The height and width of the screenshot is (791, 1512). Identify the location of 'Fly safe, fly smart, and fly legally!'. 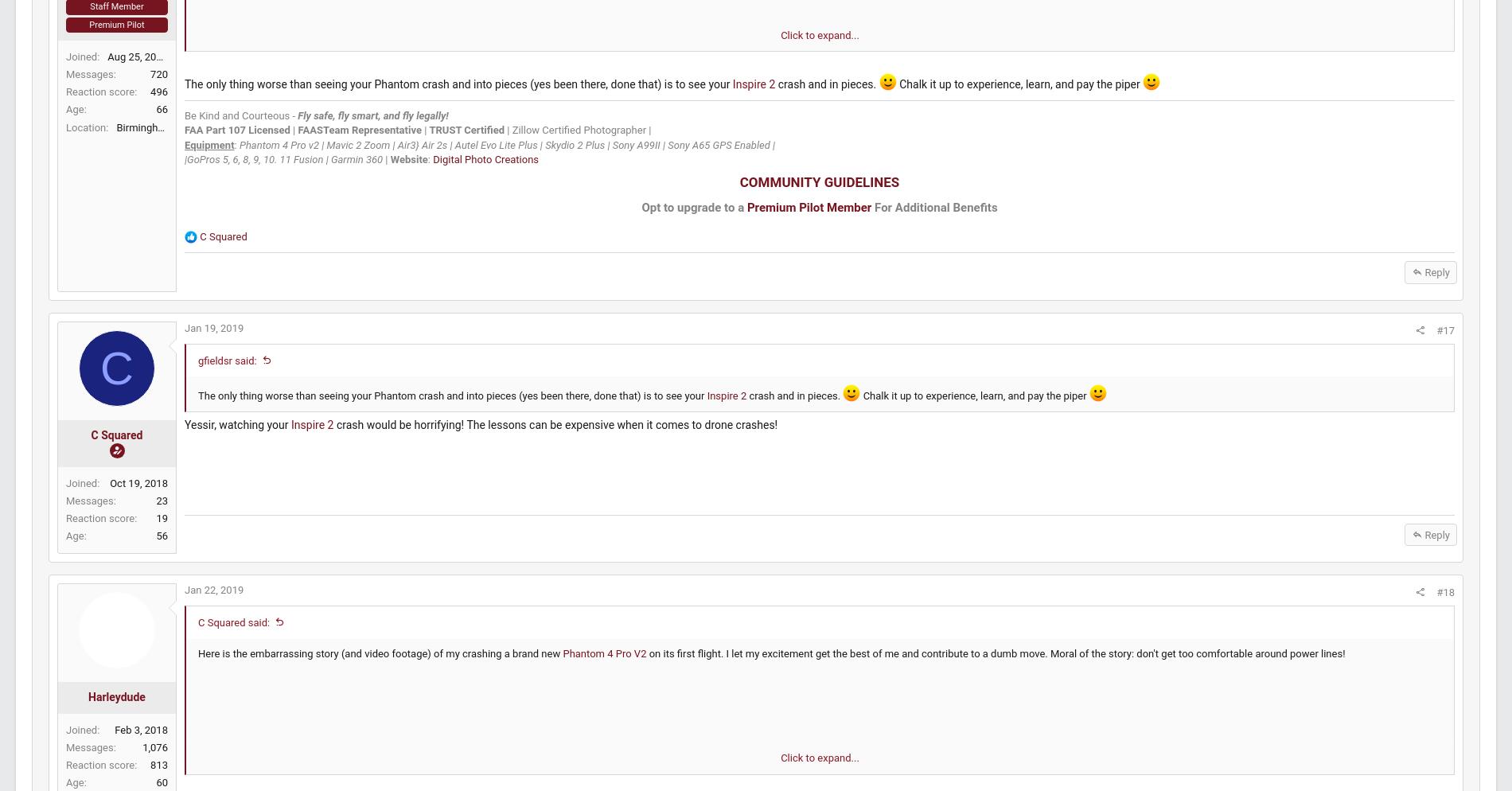
(411, 165).